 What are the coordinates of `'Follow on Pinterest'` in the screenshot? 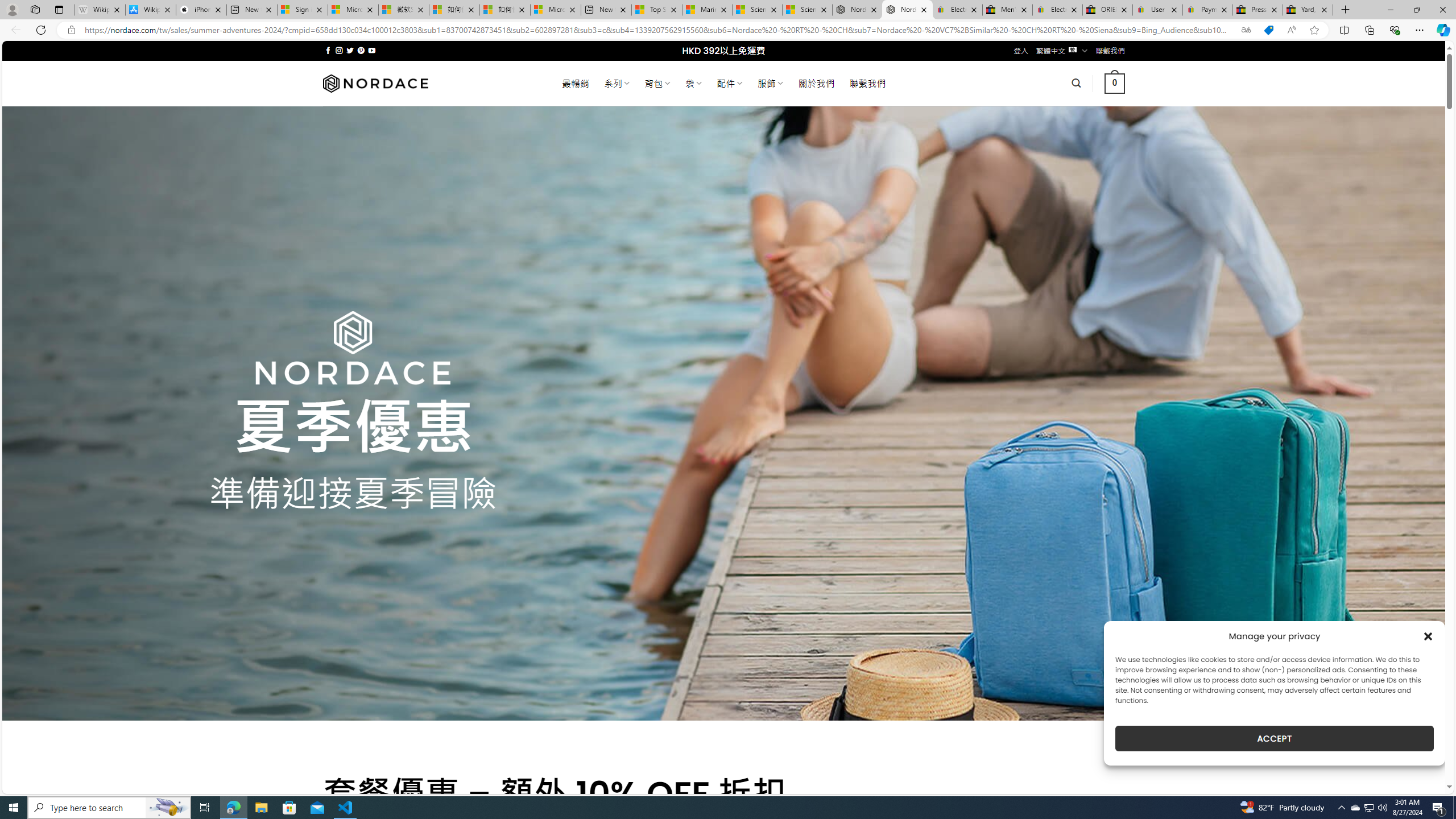 It's located at (359, 50).